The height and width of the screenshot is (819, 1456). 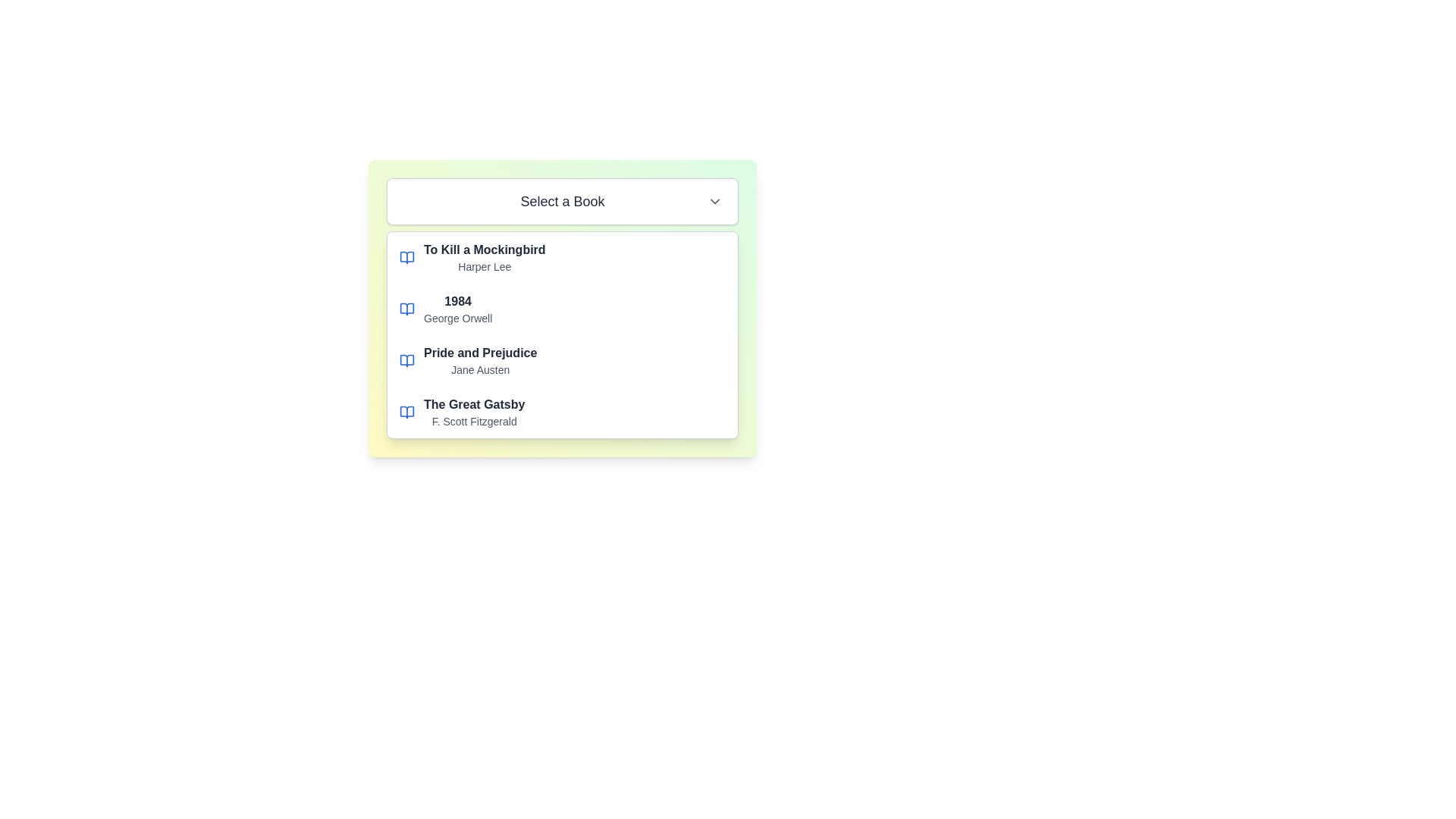 What do you see at coordinates (479, 360) in the screenshot?
I see `on the third item in the dropdown menu for selecting a book, which is positioned between '1984' and 'The Great Gatsby'` at bounding box center [479, 360].